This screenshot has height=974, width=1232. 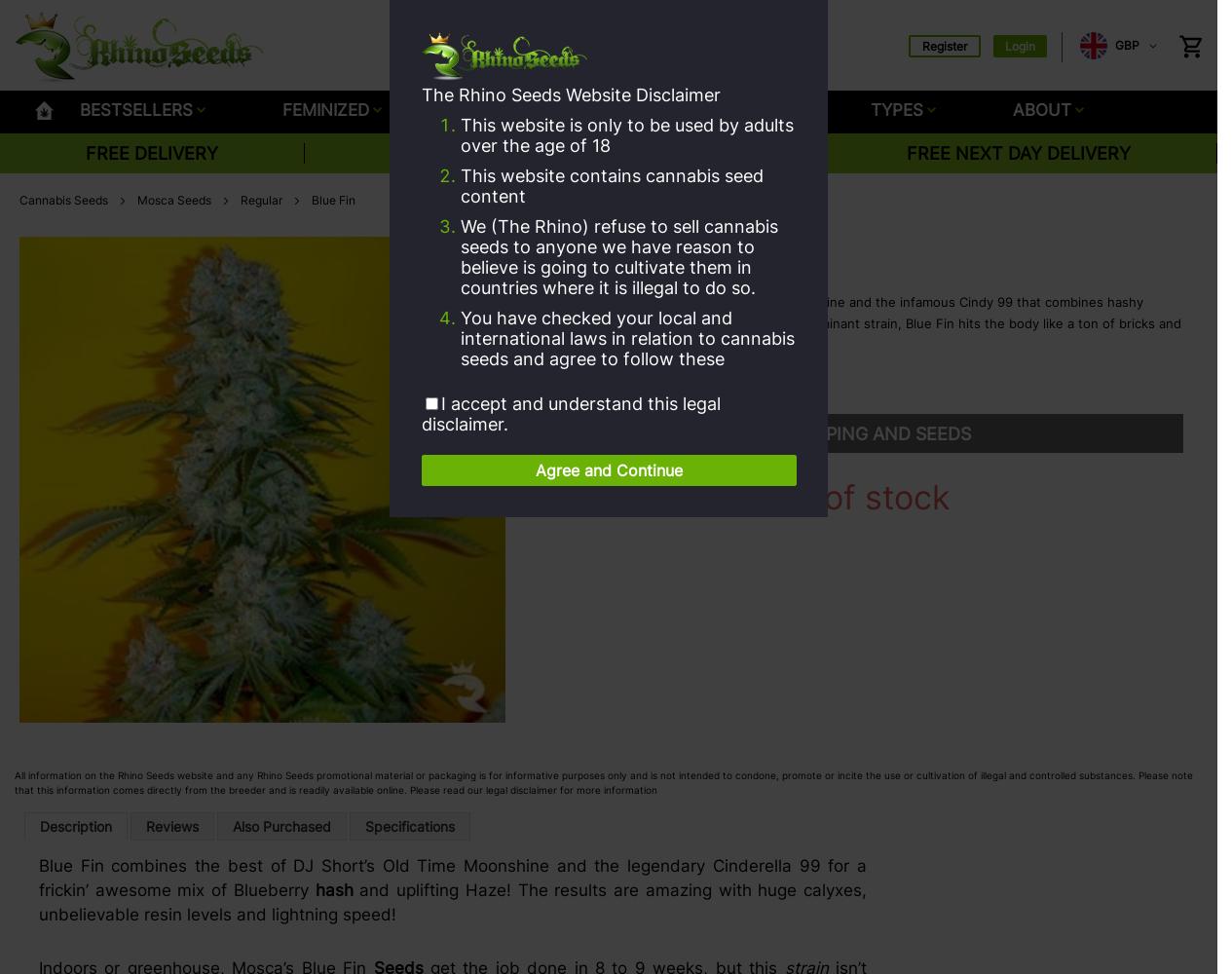 I want to click on 'Specifications', so click(x=409, y=825).